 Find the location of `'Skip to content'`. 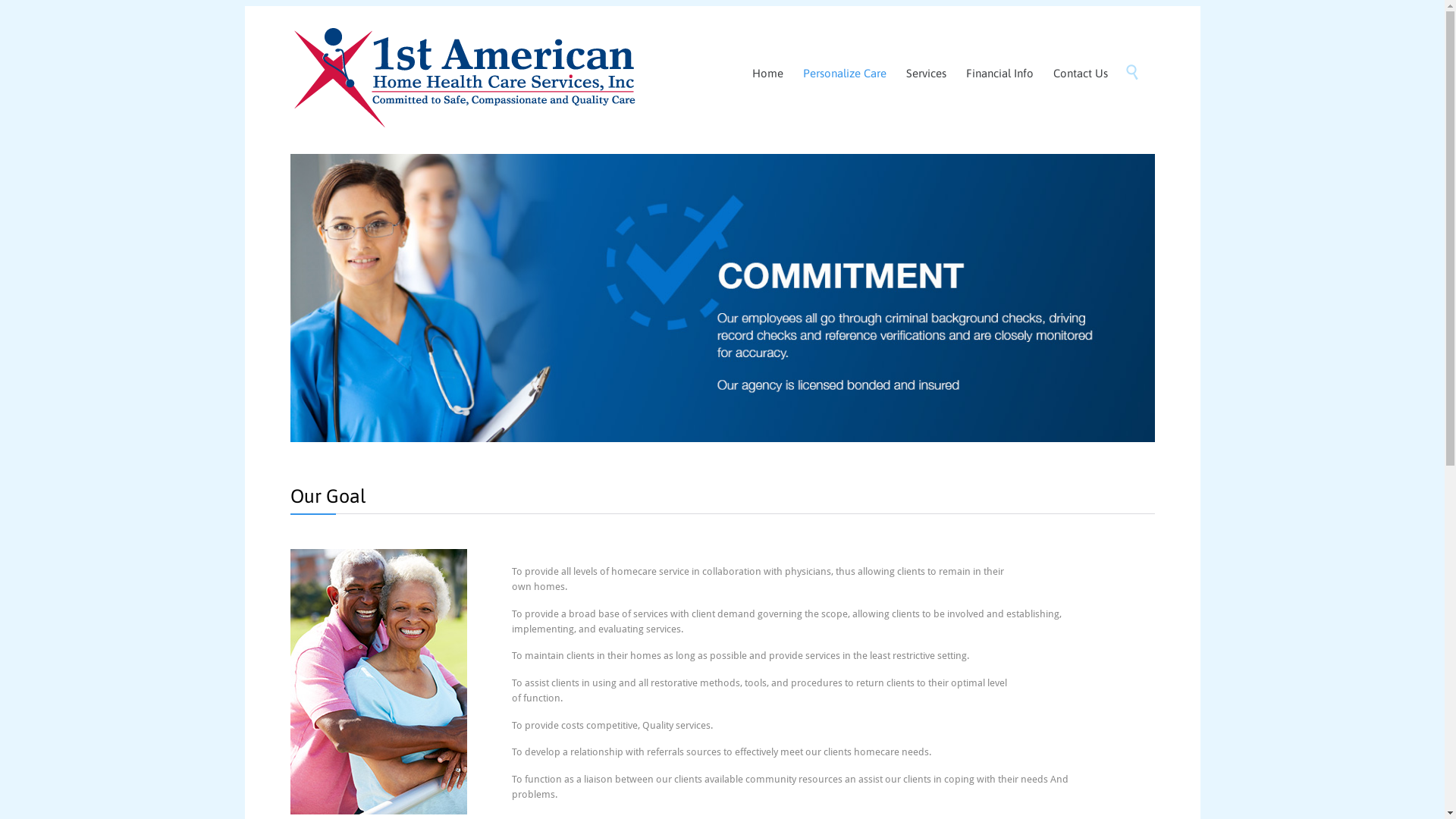

'Skip to content' is located at coordinates (1119, 55).